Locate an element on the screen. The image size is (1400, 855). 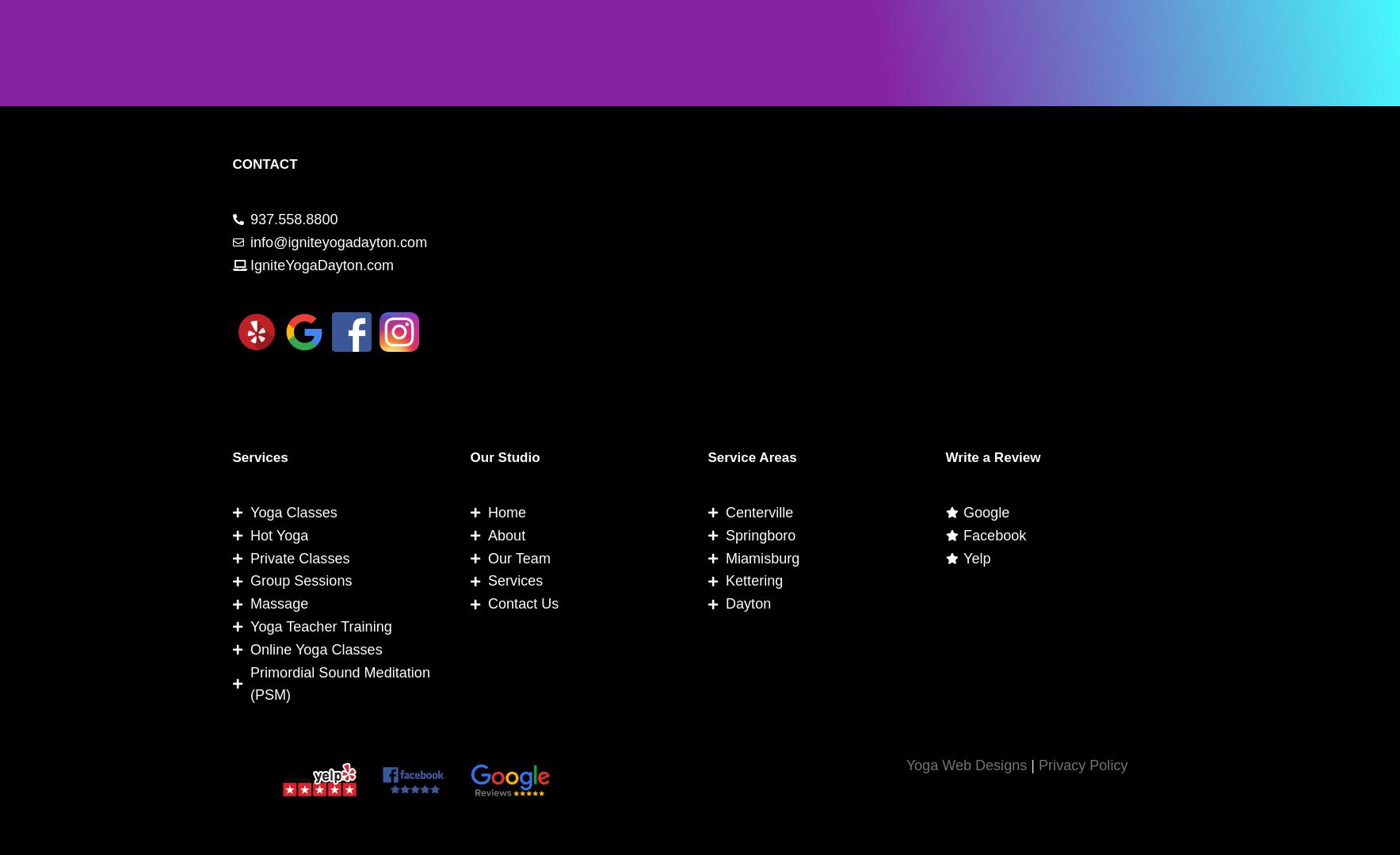
'Yoga Web Designs' is located at coordinates (967, 765).